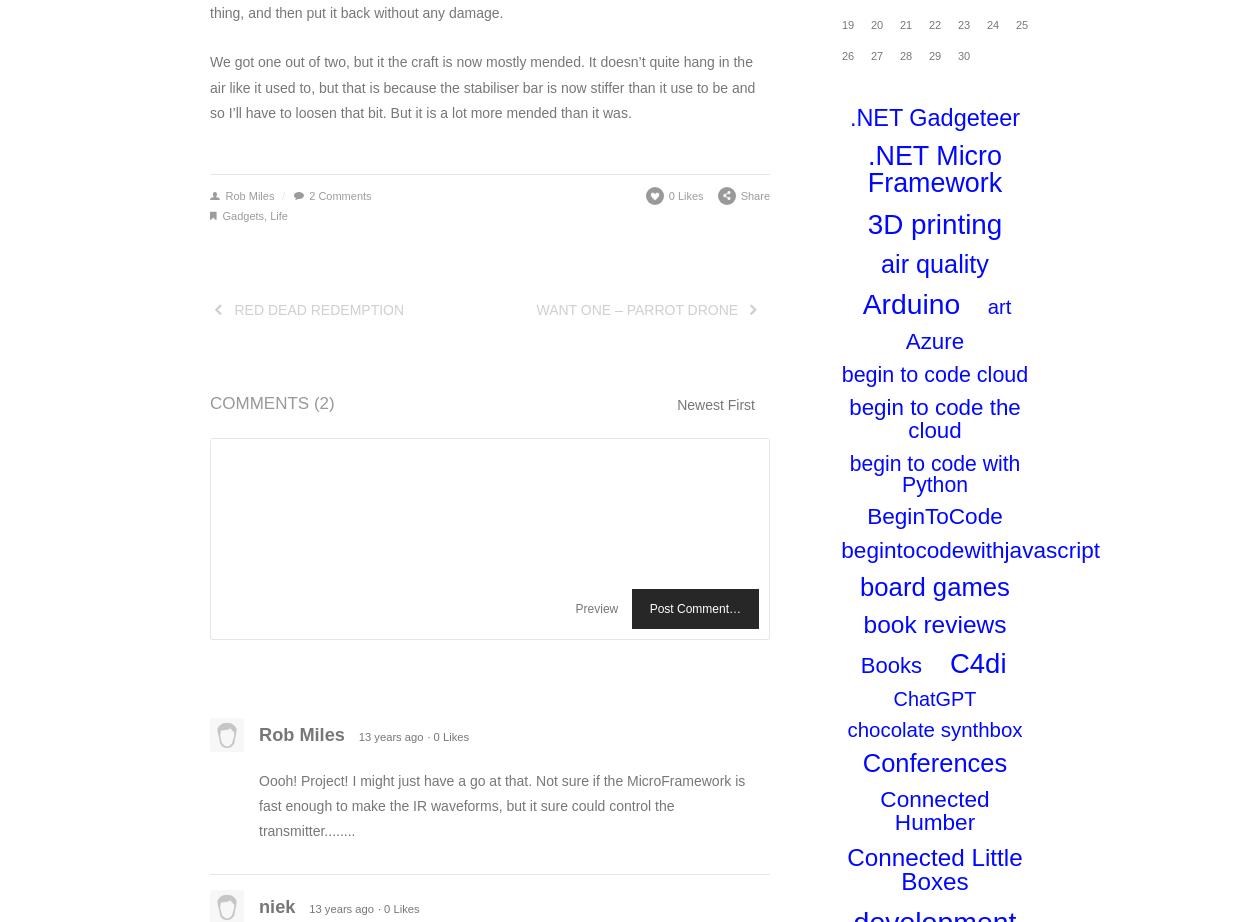 This screenshot has width=1250, height=922. Describe the element at coordinates (848, 472) in the screenshot. I see `'begin to code with Python'` at that location.